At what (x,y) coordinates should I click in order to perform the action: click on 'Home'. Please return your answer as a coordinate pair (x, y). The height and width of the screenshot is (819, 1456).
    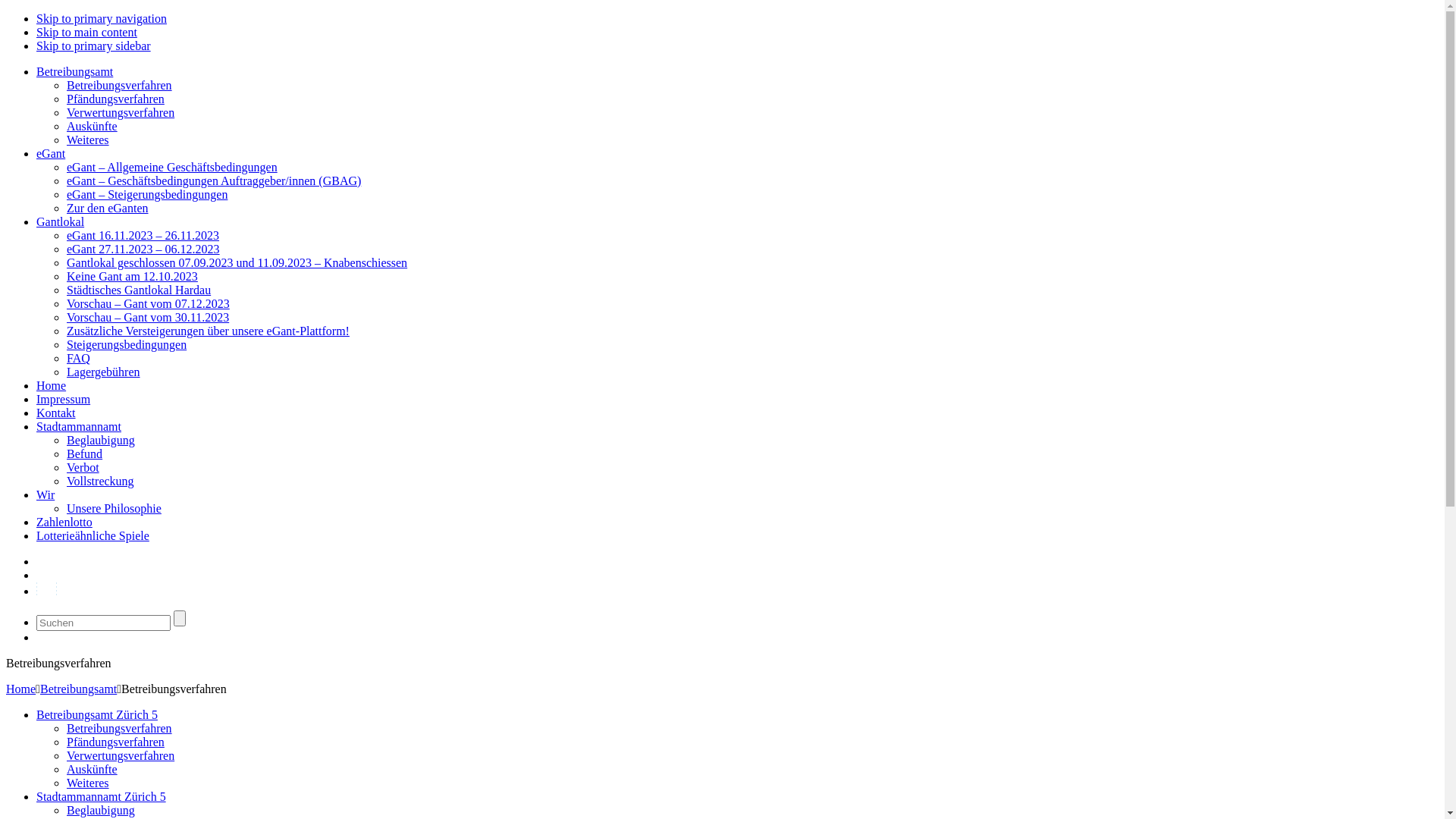
    Looking at the image, I should click on (20, 689).